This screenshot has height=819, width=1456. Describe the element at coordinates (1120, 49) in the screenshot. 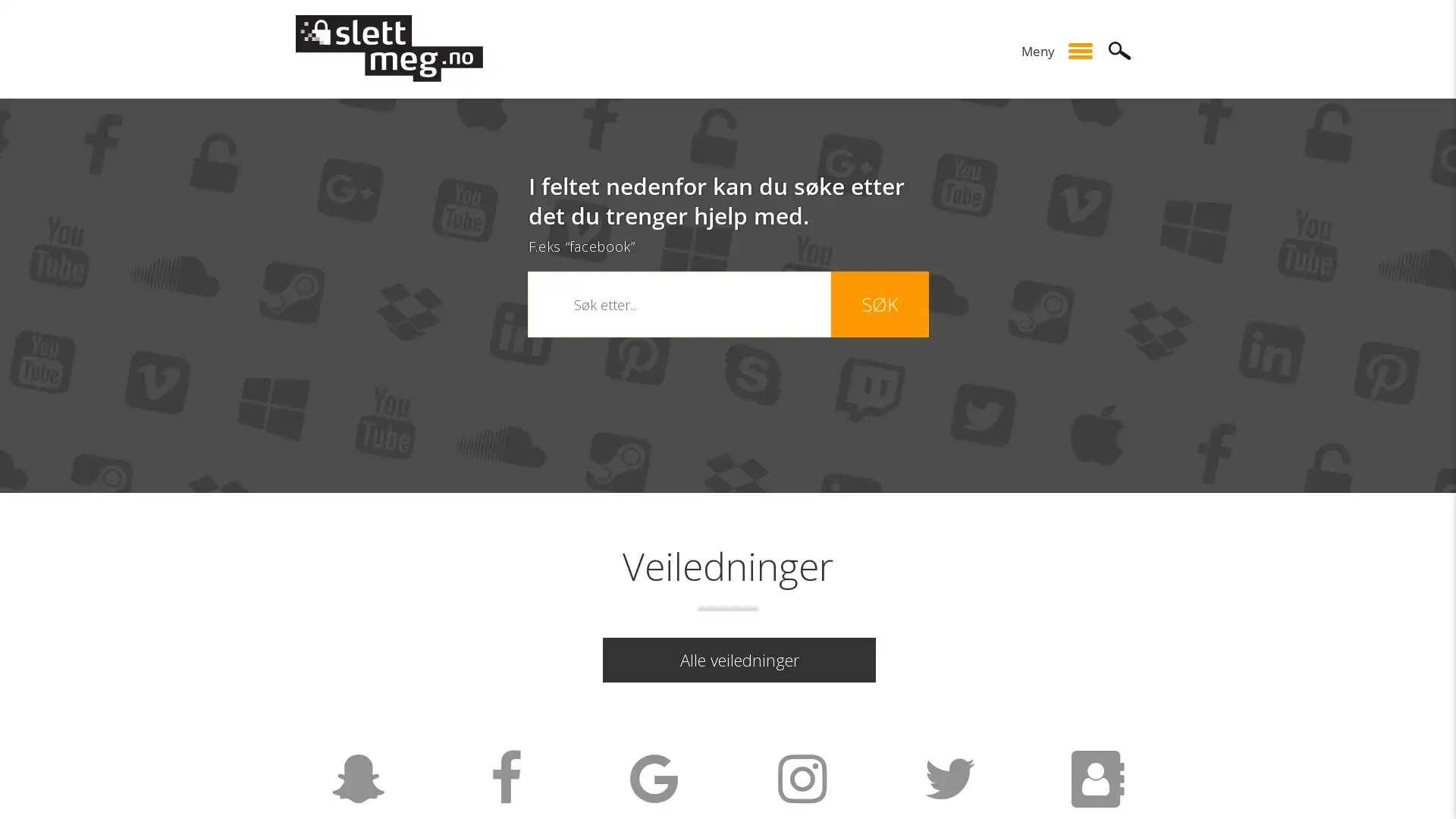

I see `Sk` at that location.